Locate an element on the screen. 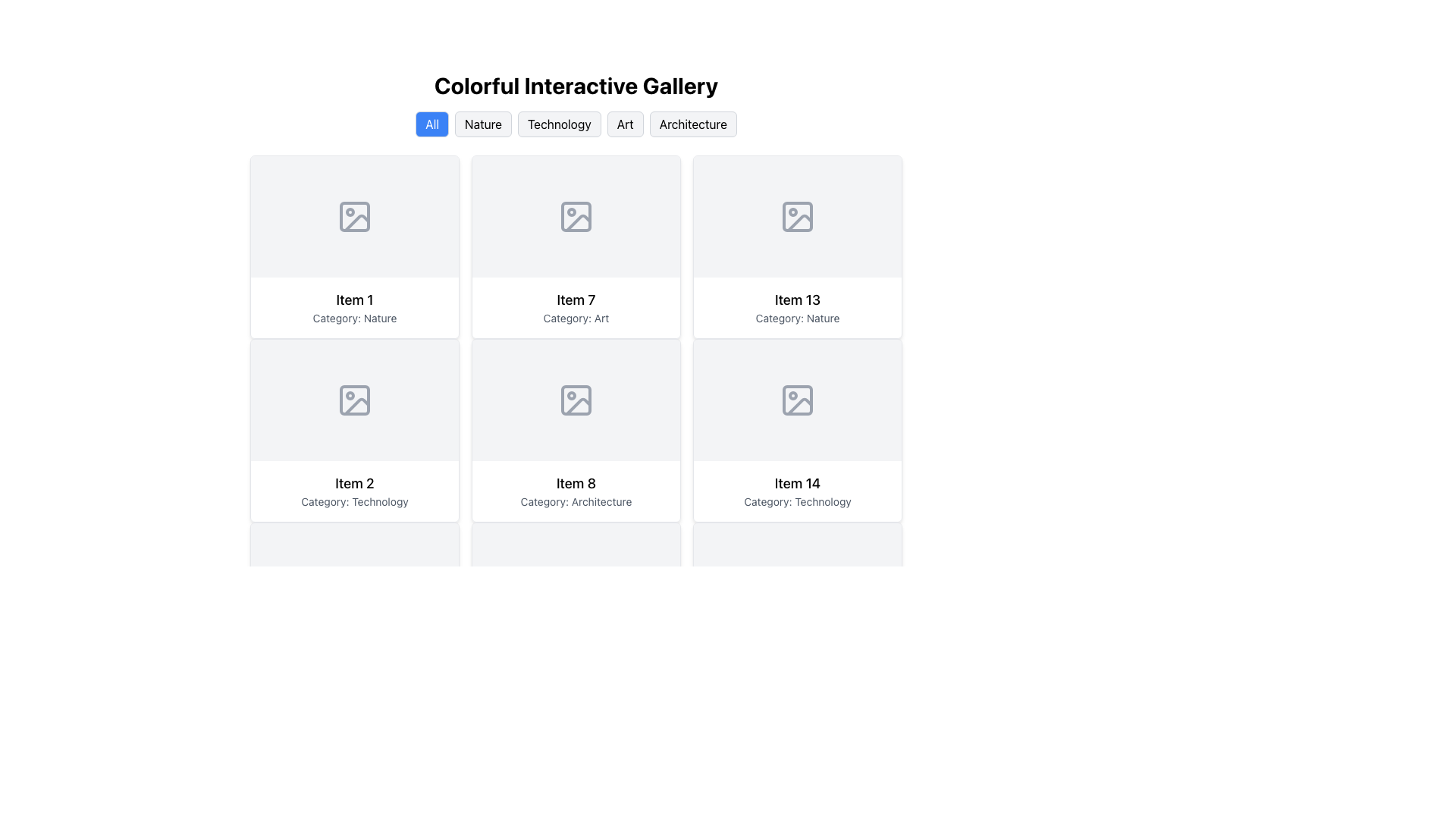  the grayed-out image placeholder icon located in the third column of the second row of a grid layout, within the card labeled 'Item 8' under 'Category: Architecture' is located at coordinates (575, 400).